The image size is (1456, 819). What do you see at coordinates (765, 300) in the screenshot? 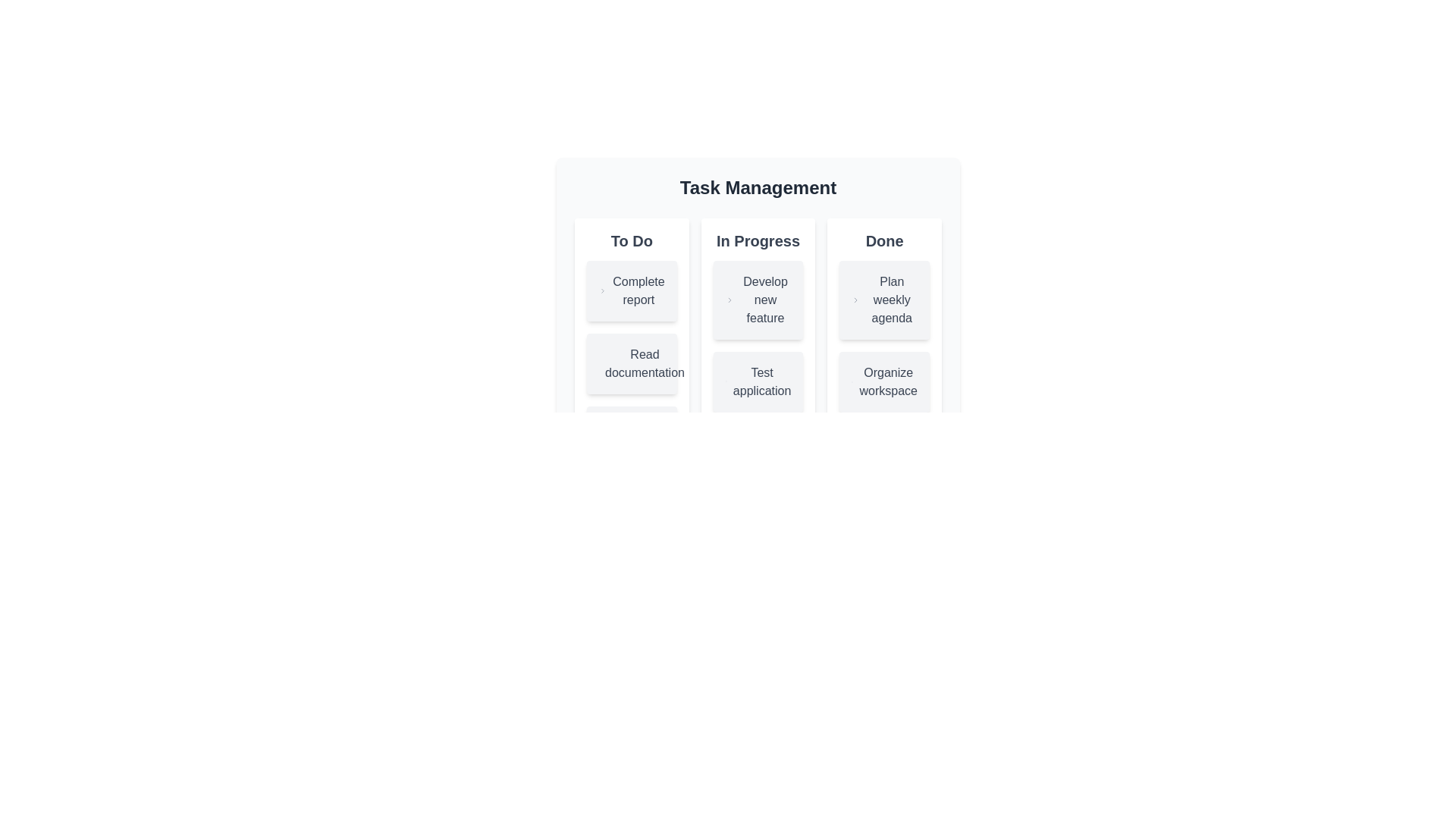
I see `the text label 'Develop new feature' in the 'In Progress' column of the 'Task Management' interface` at bounding box center [765, 300].